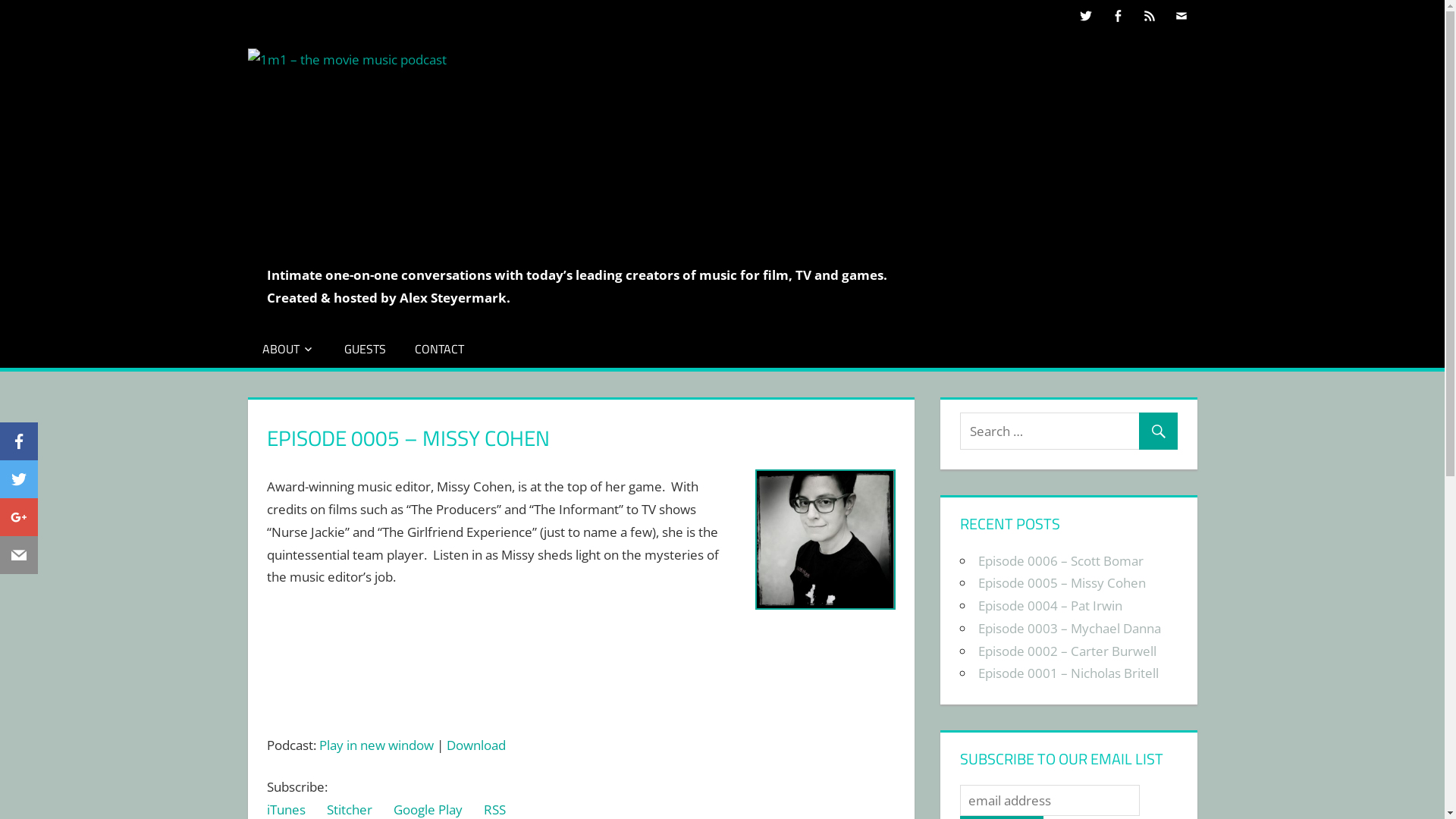 This screenshot has width=1456, height=819. What do you see at coordinates (247, 348) in the screenshot?
I see `'ABOUT'` at bounding box center [247, 348].